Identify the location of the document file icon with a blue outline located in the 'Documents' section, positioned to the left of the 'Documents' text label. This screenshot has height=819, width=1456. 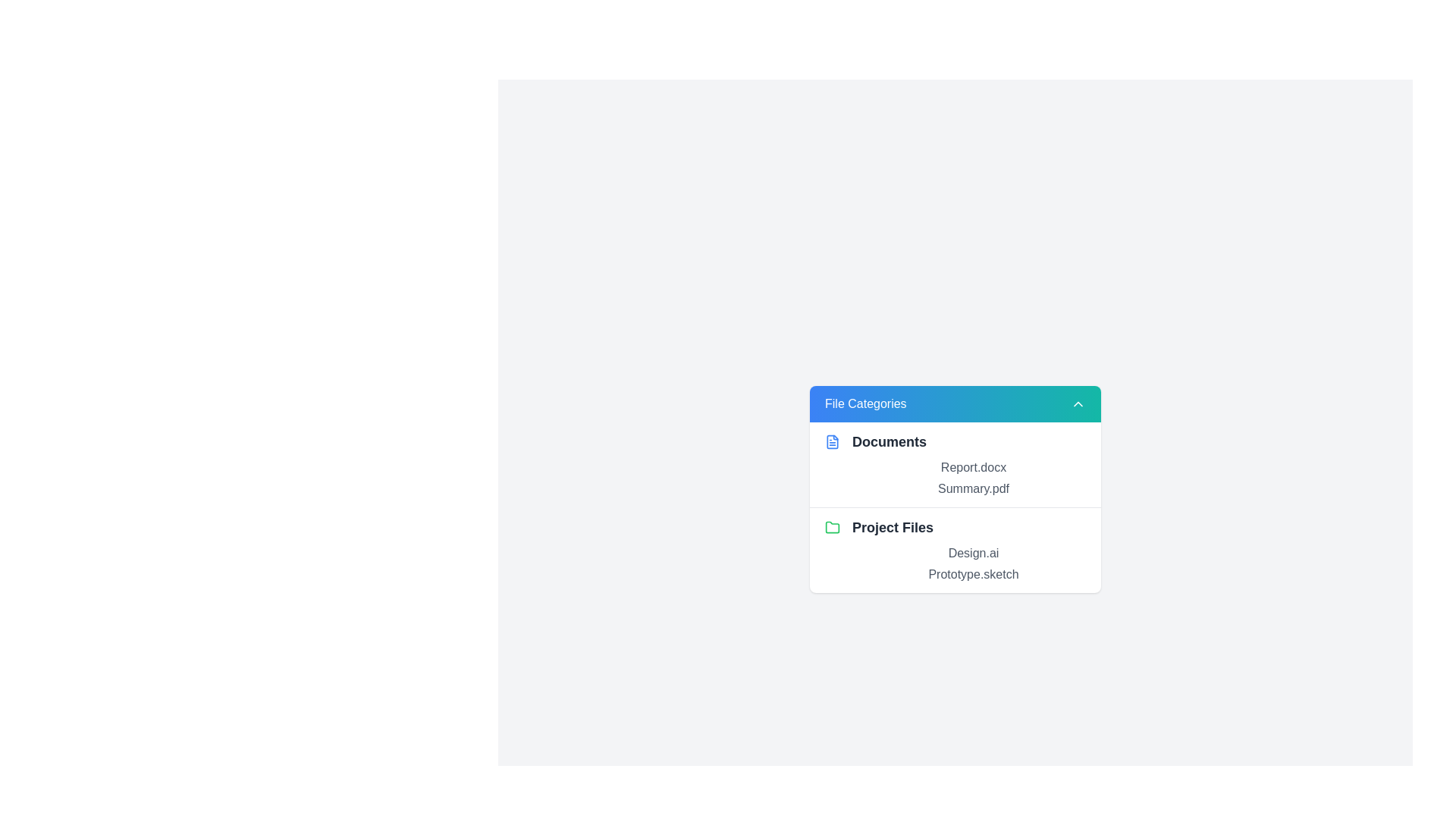
(832, 441).